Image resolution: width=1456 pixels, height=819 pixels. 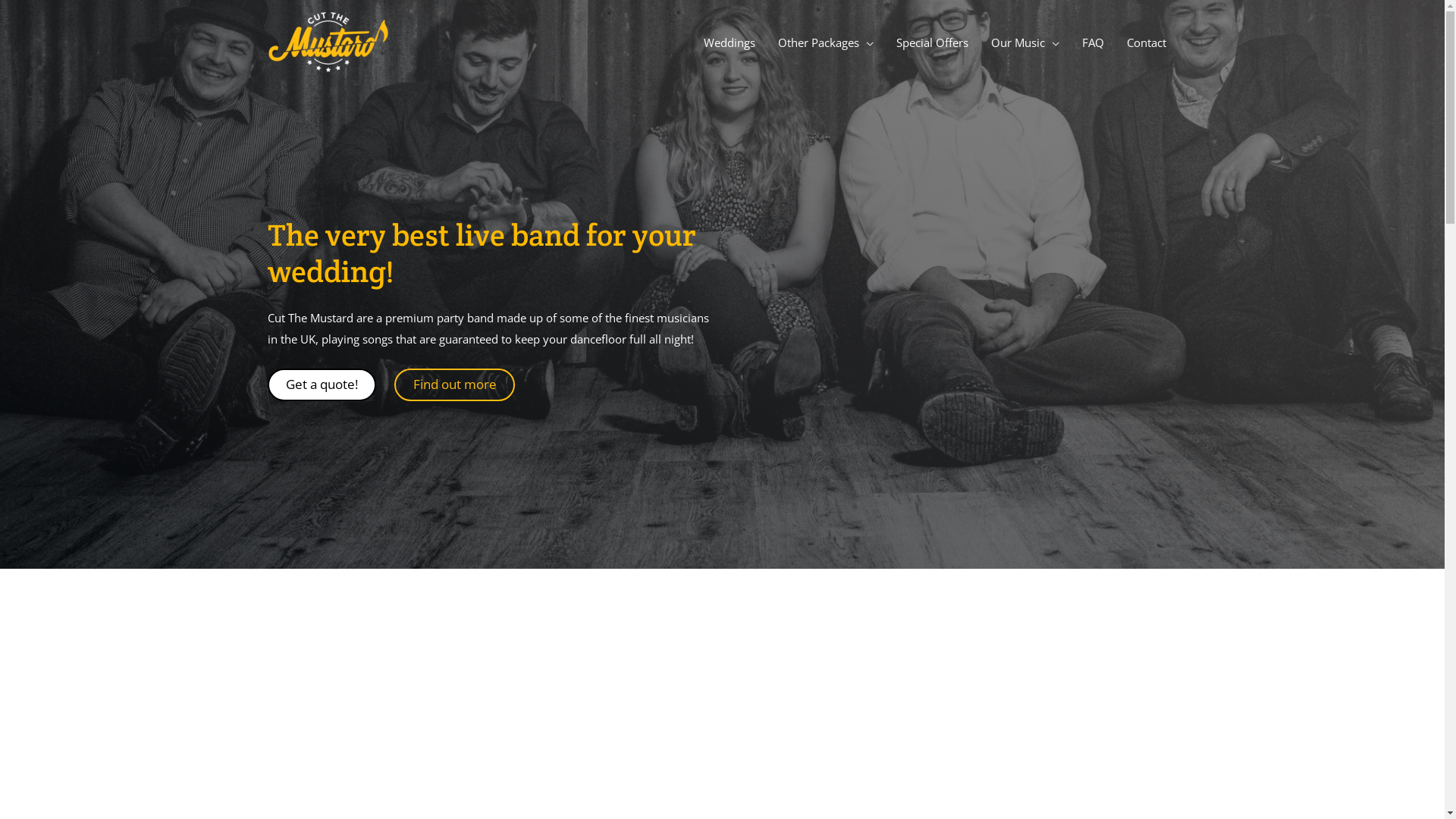 I want to click on 'Find out more', so click(x=453, y=384).